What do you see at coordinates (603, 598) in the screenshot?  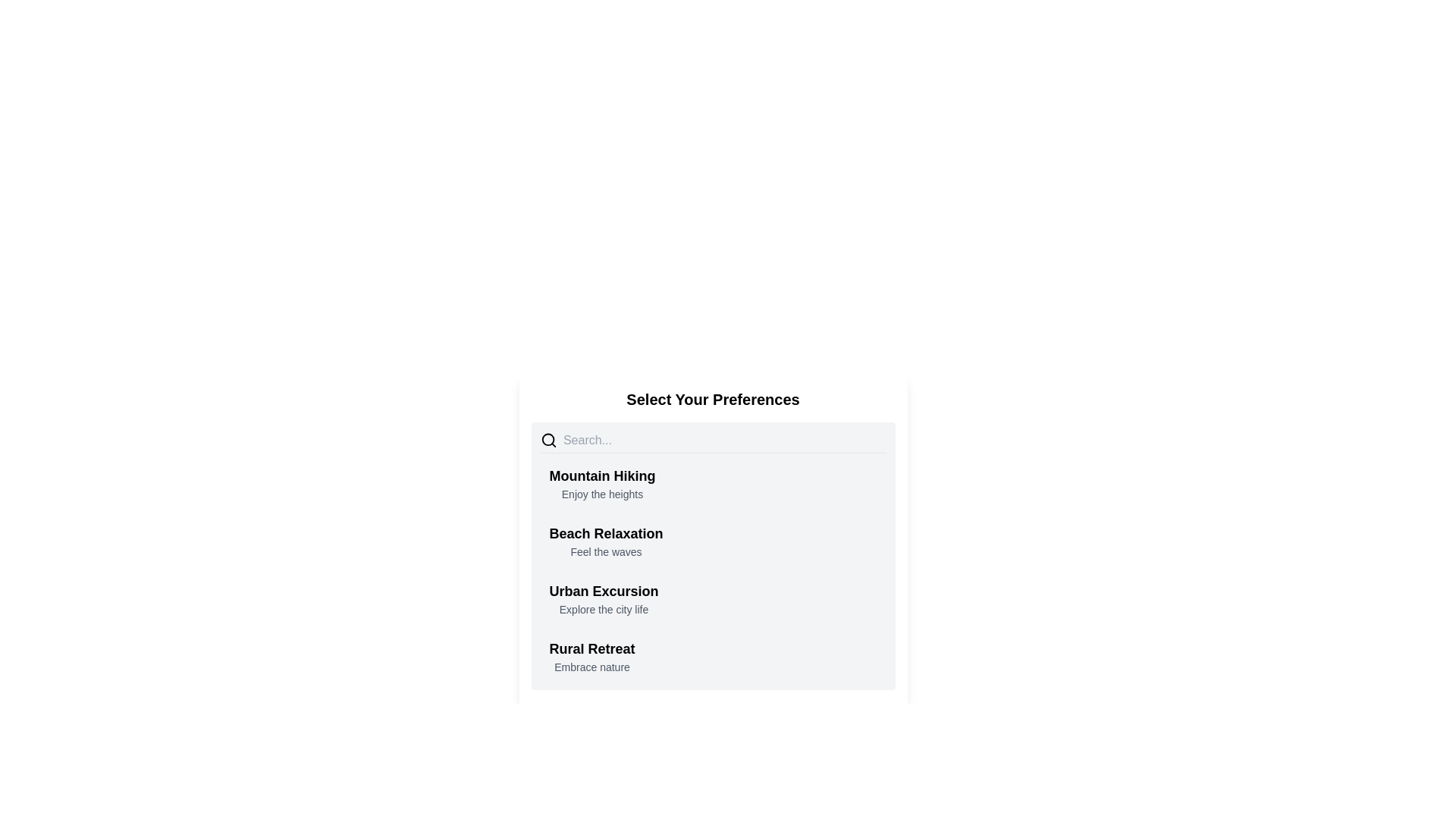 I see `the selectable list item labeled 'Urban Excursion', which consists of two lines of text` at bounding box center [603, 598].